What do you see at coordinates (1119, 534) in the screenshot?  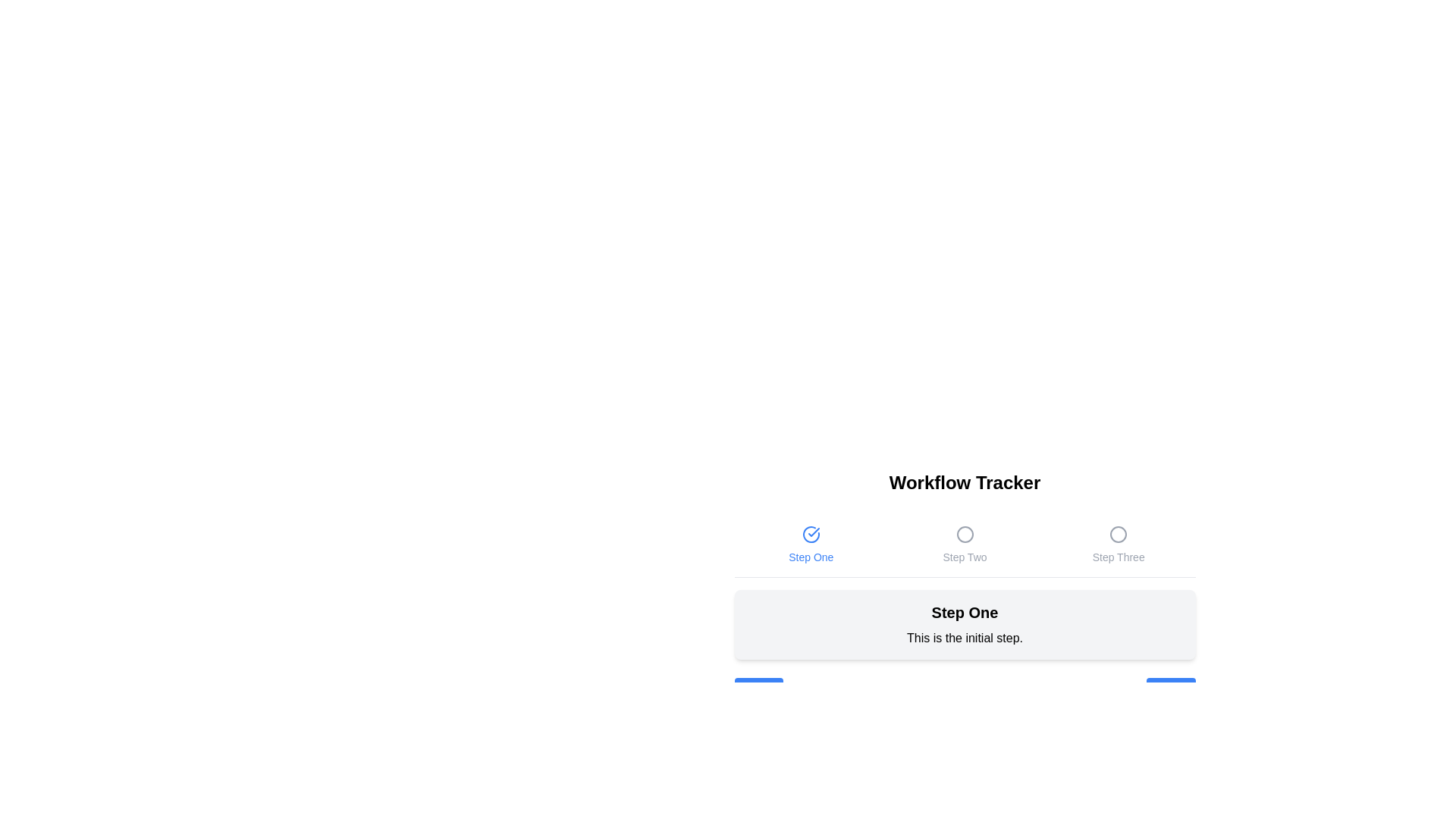 I see `the gray circular icon in the step indicator section labeled 'Step Three'` at bounding box center [1119, 534].